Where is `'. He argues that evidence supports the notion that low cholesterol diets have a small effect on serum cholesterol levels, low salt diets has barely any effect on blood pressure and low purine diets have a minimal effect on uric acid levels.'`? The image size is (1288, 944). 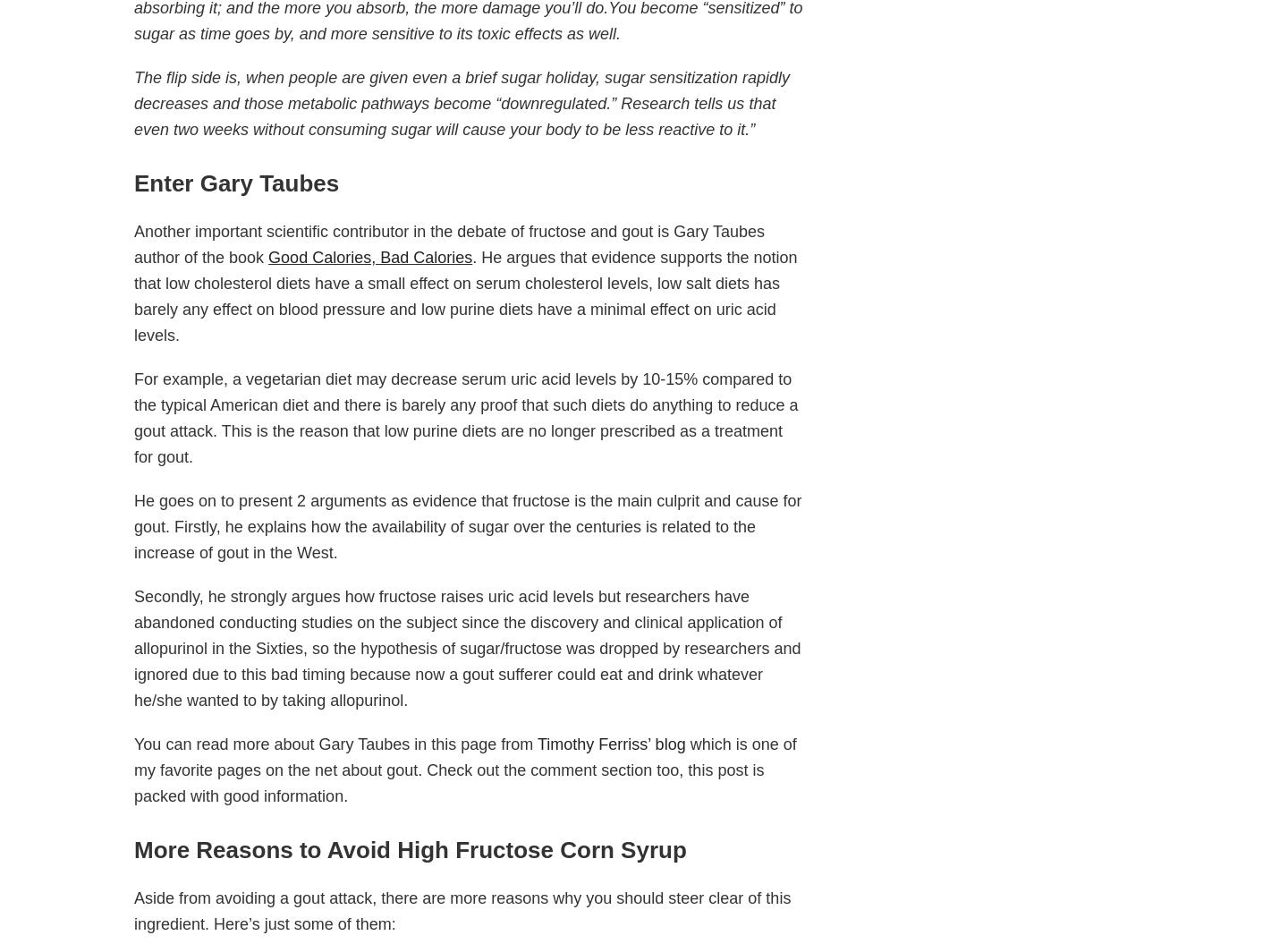
'. He argues that evidence supports the notion that low cholesterol diets have a small effect on serum cholesterol levels, low salt diets has barely any effect on blood pressure and low purine diets have a minimal effect on uric acid levels.' is located at coordinates (464, 295).